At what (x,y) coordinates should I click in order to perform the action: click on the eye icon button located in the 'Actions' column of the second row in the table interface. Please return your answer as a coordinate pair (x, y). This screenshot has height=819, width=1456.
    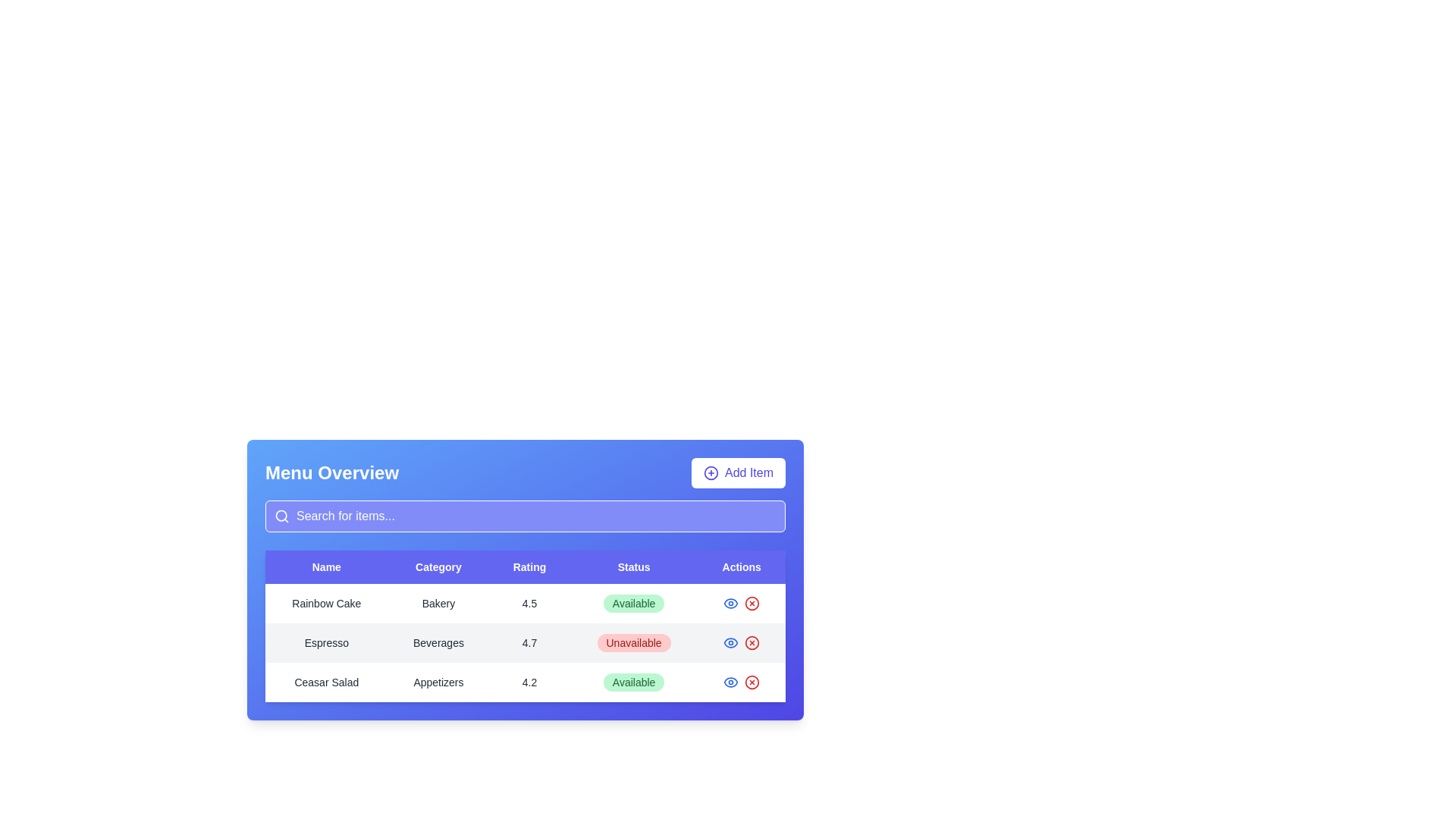
    Looking at the image, I should click on (731, 602).